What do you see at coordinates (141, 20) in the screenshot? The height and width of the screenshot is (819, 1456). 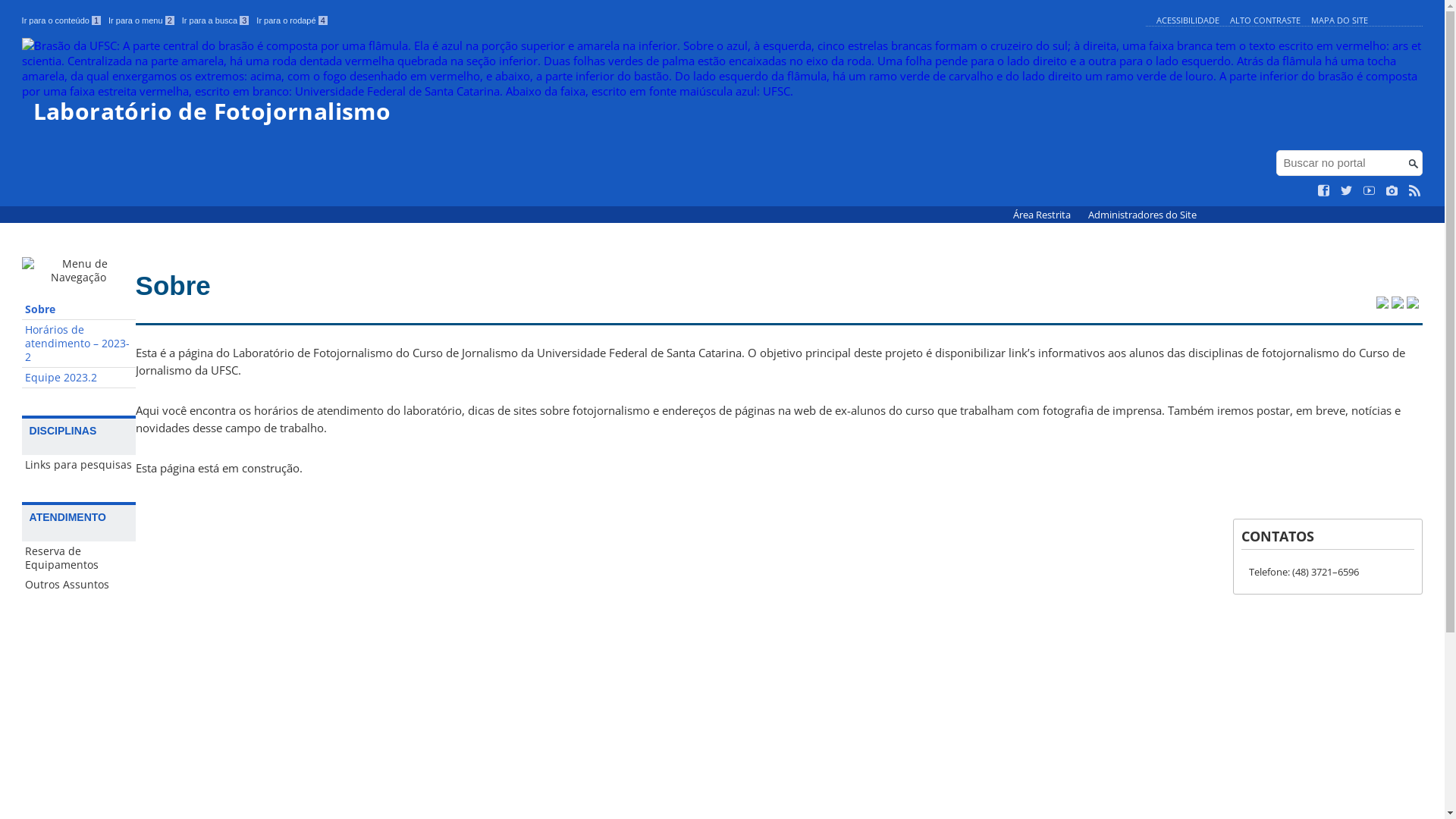 I see `'Ir para o menu 2'` at bounding box center [141, 20].